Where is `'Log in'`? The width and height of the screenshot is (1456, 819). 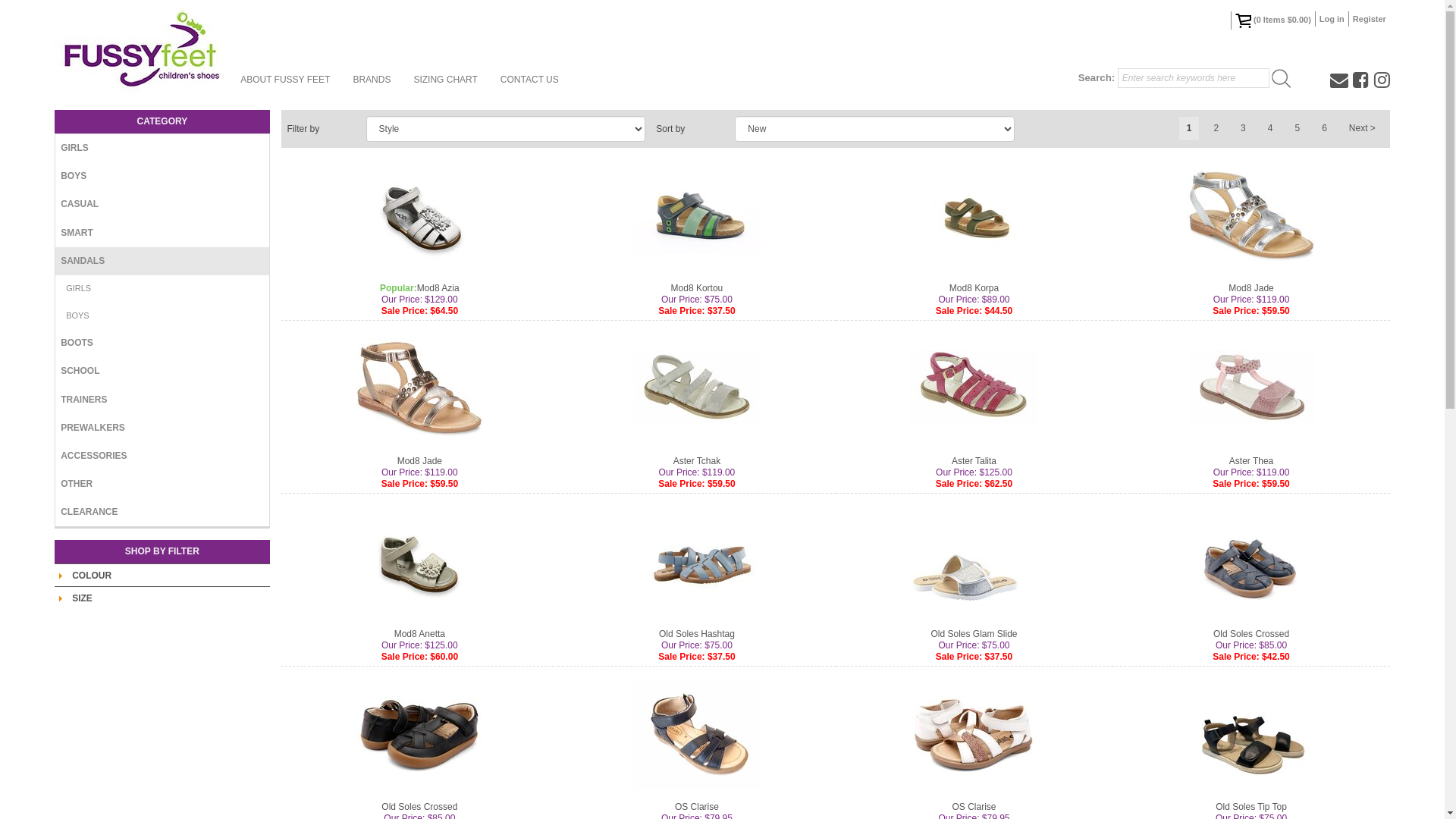 'Log in' is located at coordinates (1331, 18).